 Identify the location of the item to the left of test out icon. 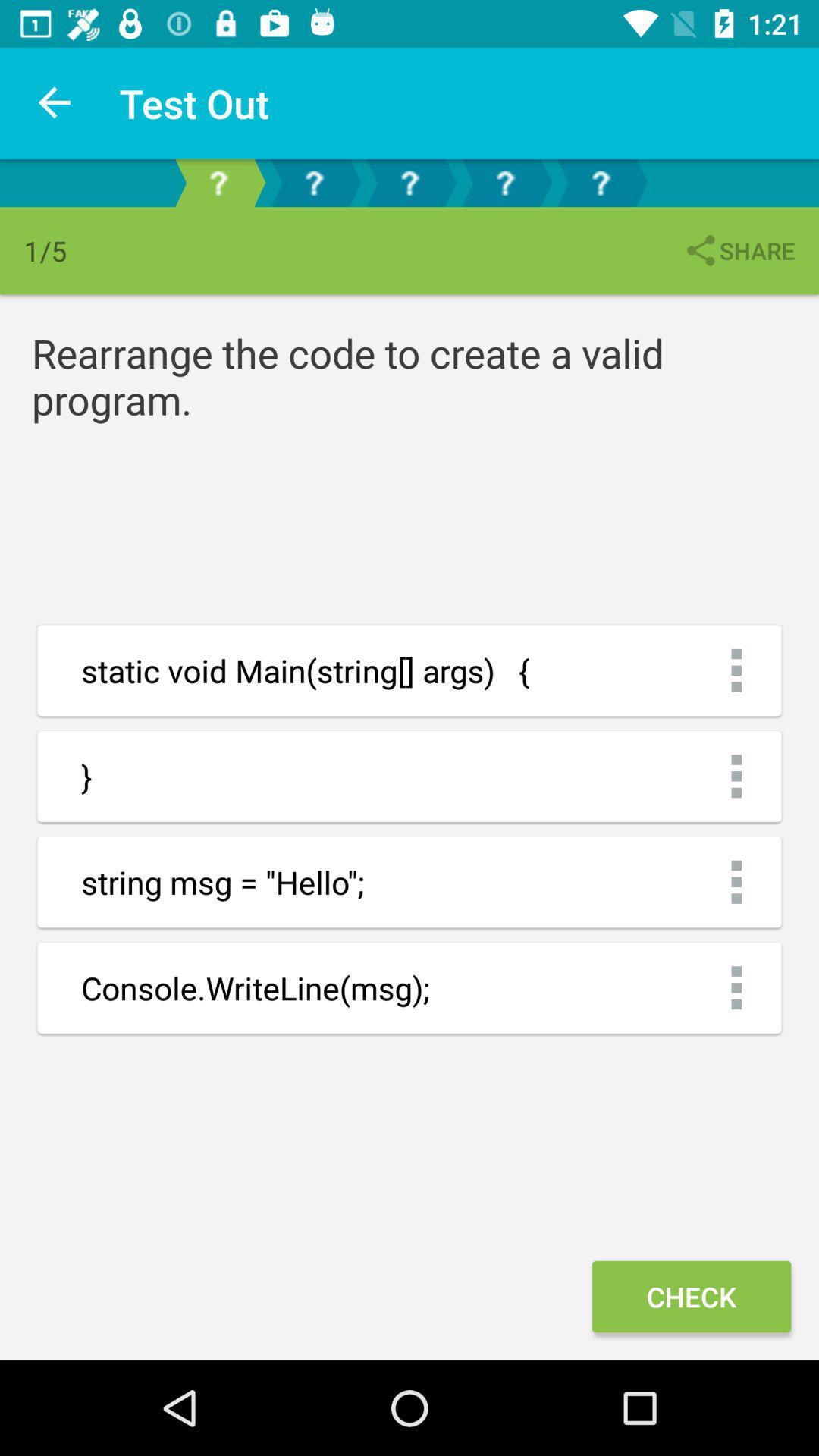
(55, 102).